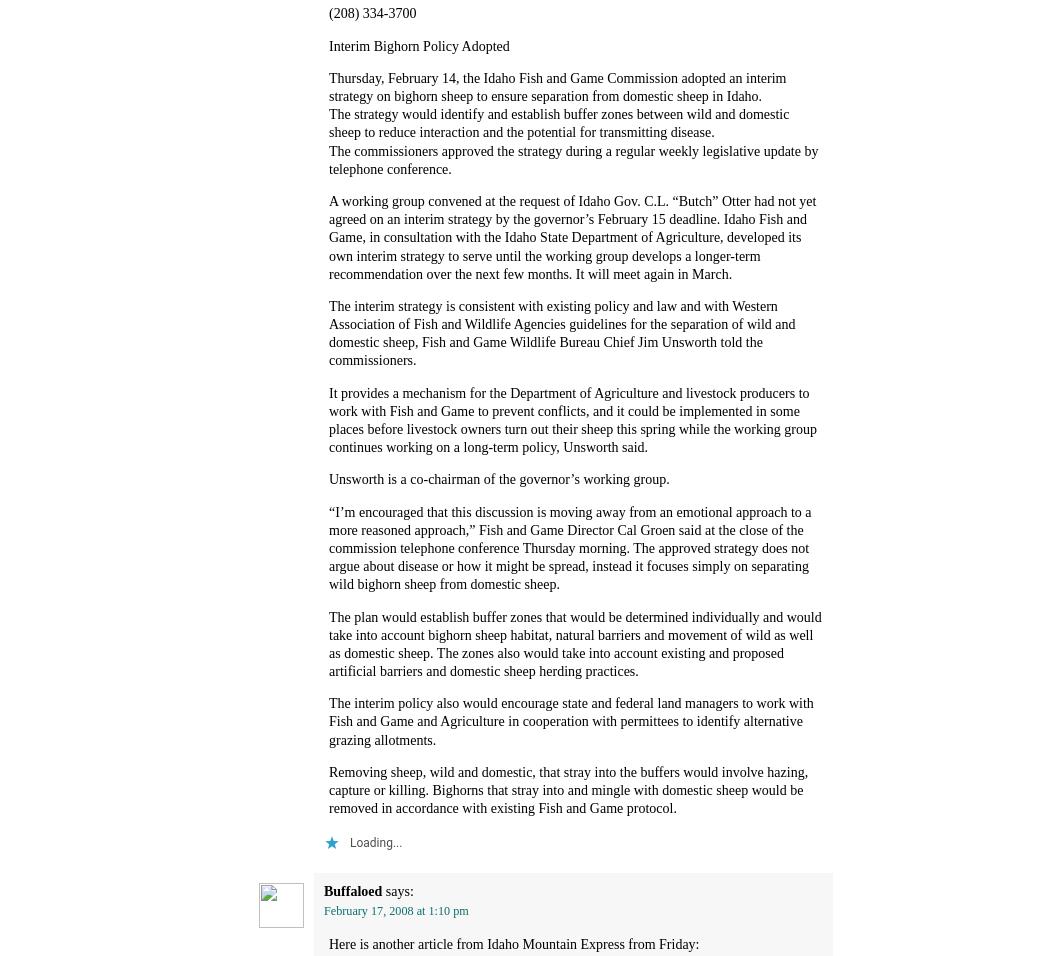  Describe the element at coordinates (417, 44) in the screenshot. I see `'Interim Bighorn Policy Adopted'` at that location.